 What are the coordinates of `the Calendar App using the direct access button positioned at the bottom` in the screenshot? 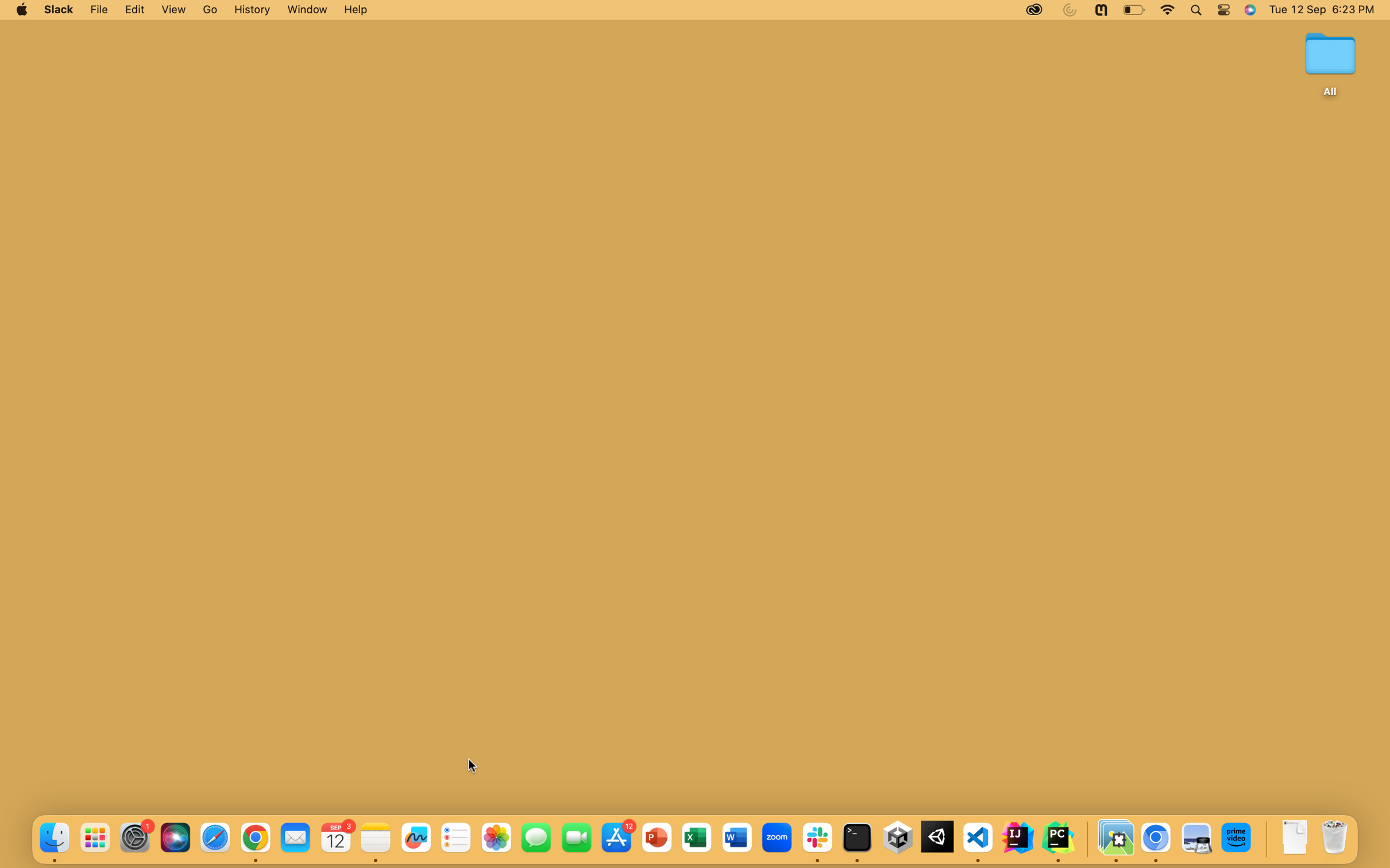 It's located at (337, 838).